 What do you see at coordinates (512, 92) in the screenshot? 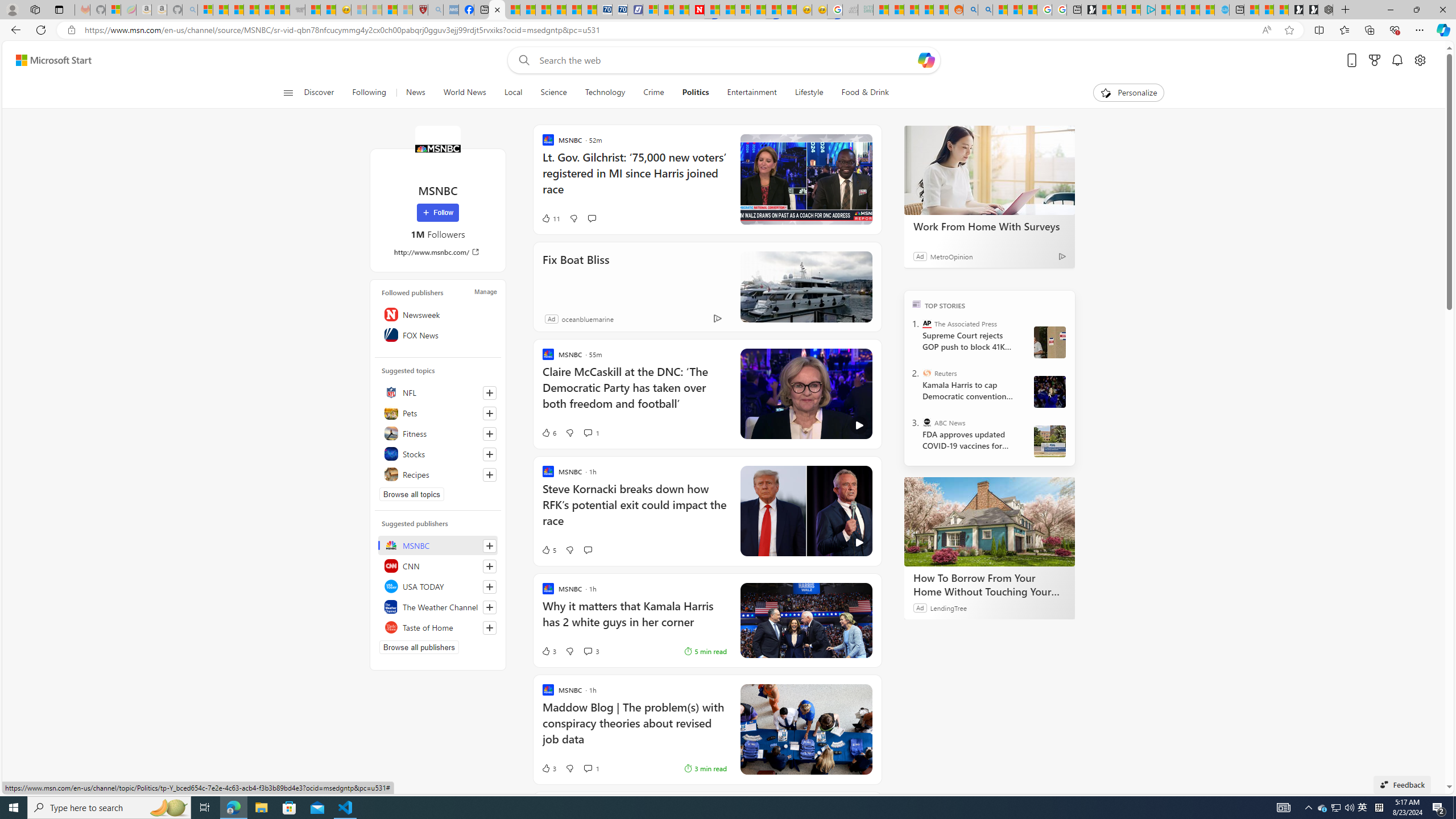
I see `'Local'` at bounding box center [512, 92].